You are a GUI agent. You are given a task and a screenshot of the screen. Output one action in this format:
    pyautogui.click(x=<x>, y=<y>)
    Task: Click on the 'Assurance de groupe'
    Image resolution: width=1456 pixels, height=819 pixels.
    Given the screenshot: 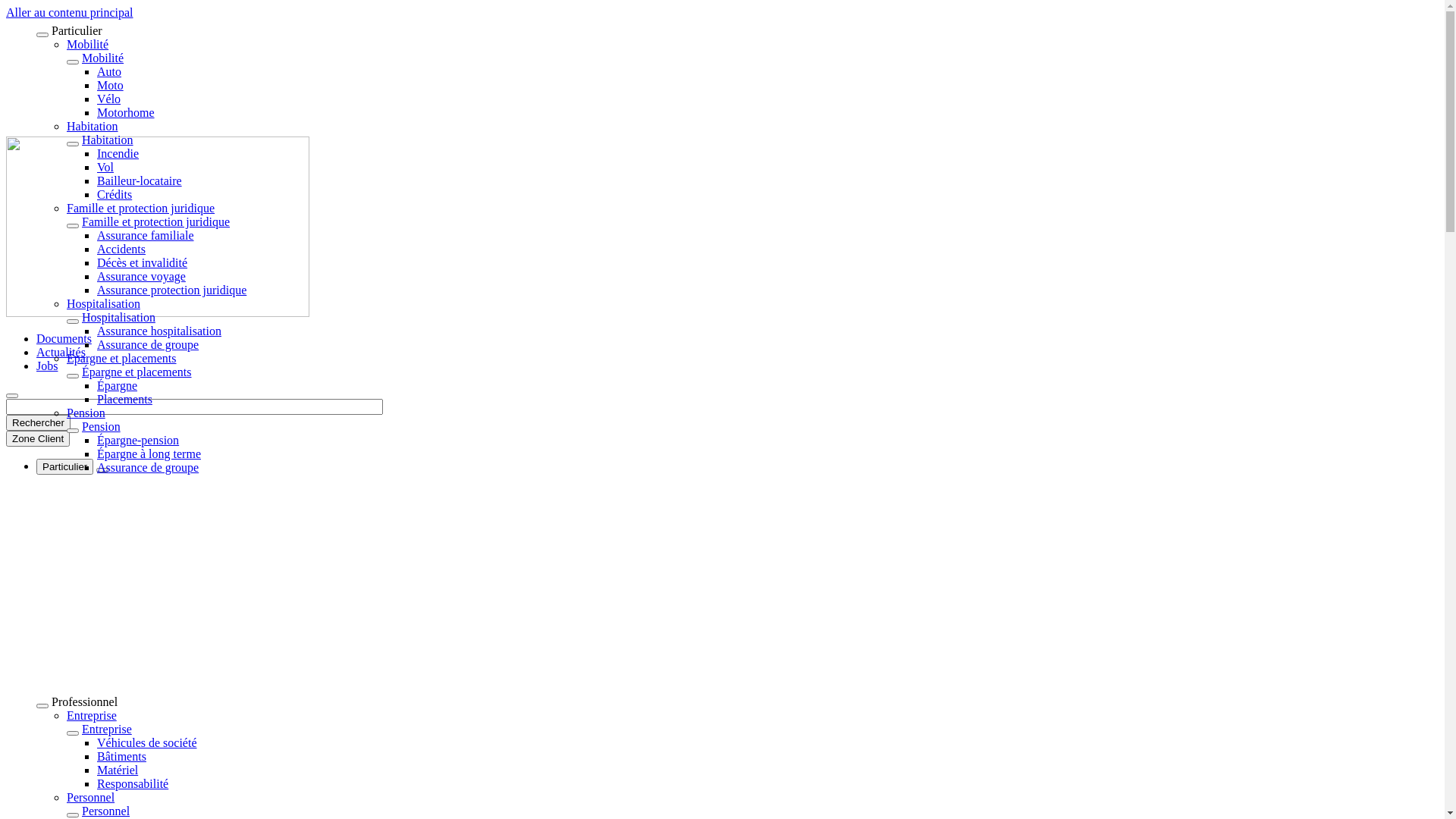 What is the action you would take?
    pyautogui.click(x=96, y=466)
    